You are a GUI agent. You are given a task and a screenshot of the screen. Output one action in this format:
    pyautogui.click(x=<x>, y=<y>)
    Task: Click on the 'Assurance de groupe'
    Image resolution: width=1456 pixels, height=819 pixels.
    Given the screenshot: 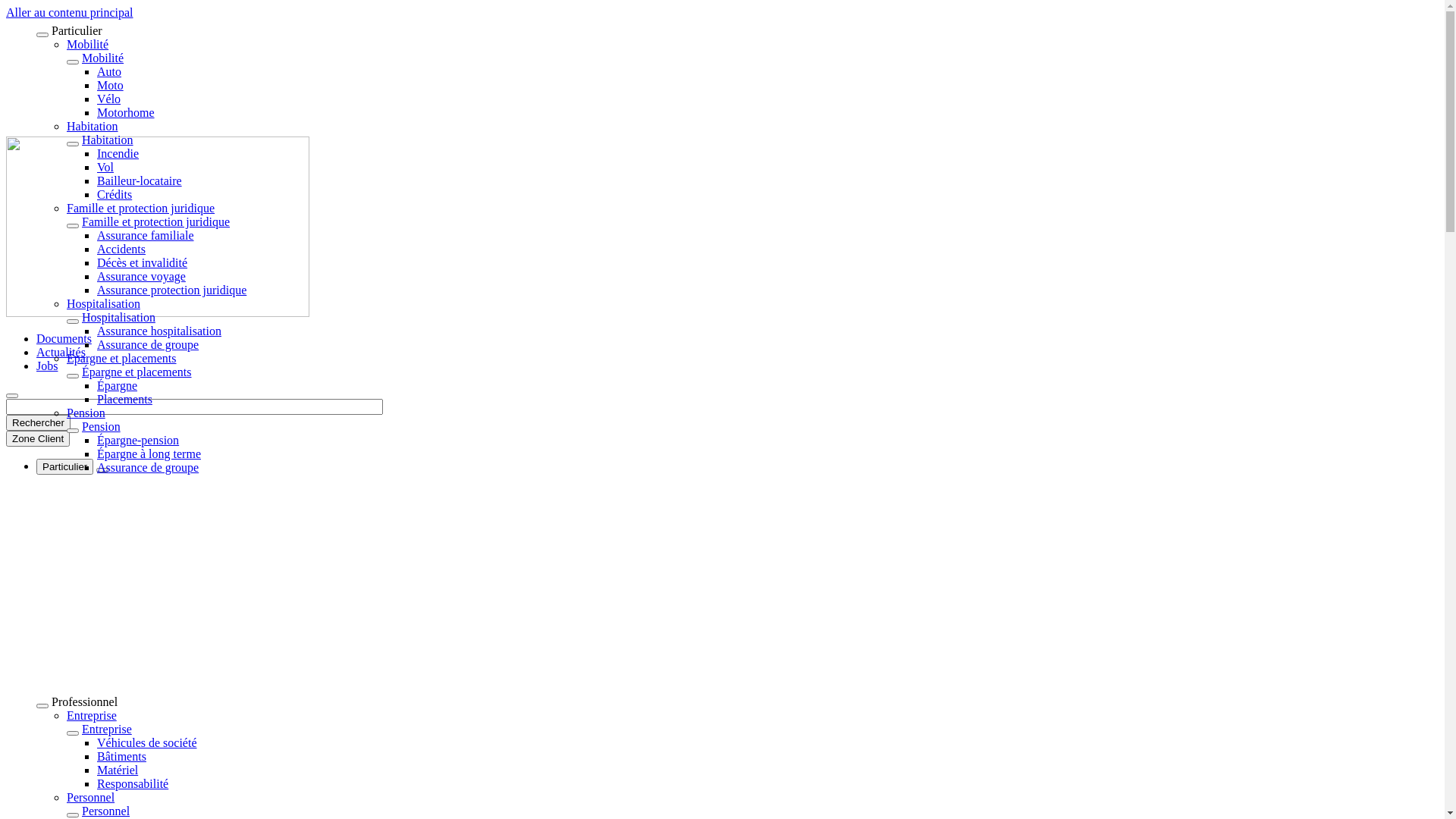 What is the action you would take?
    pyautogui.click(x=96, y=466)
    